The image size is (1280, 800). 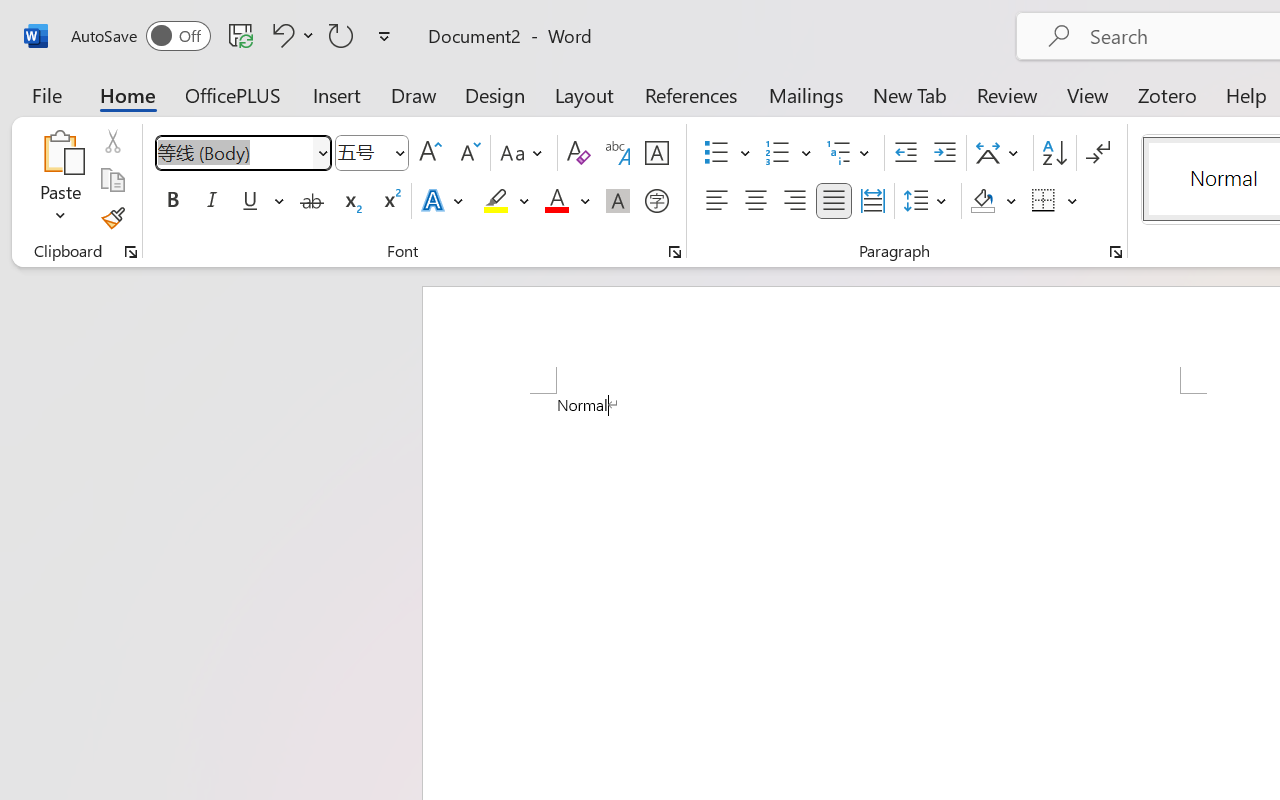 I want to click on 'References', so click(x=691, y=94).